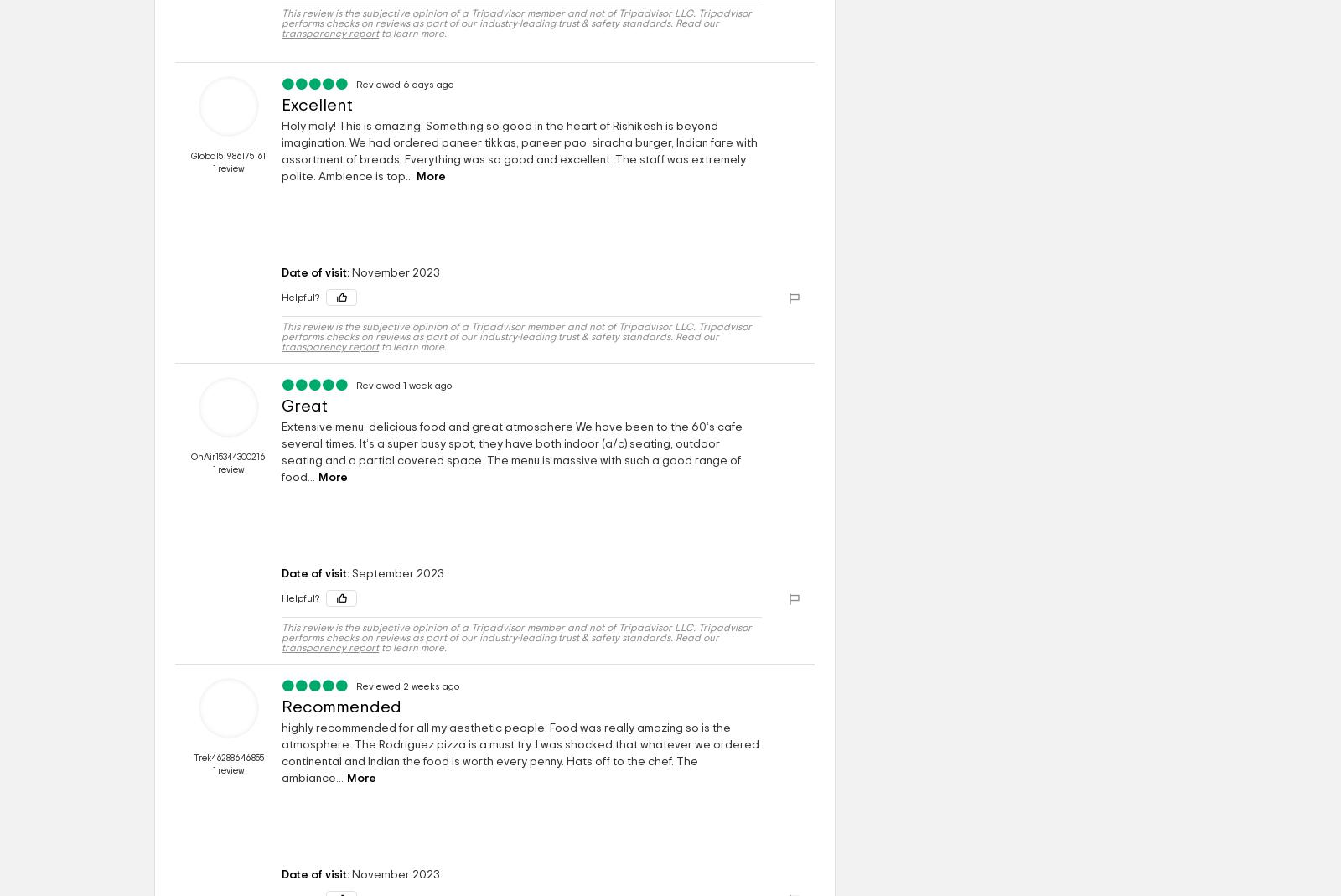 This screenshot has height=896, width=1341. Describe the element at coordinates (512, 452) in the screenshot. I see `'Extensive menu, delicious food and great atmosphere
We have been to the 60’s cafe several times. It’s a super busy spot, they have both indoor (a/c) seating, outdoor seating and a partial covered space. The menu is massive with such a good range of food...'` at that location.